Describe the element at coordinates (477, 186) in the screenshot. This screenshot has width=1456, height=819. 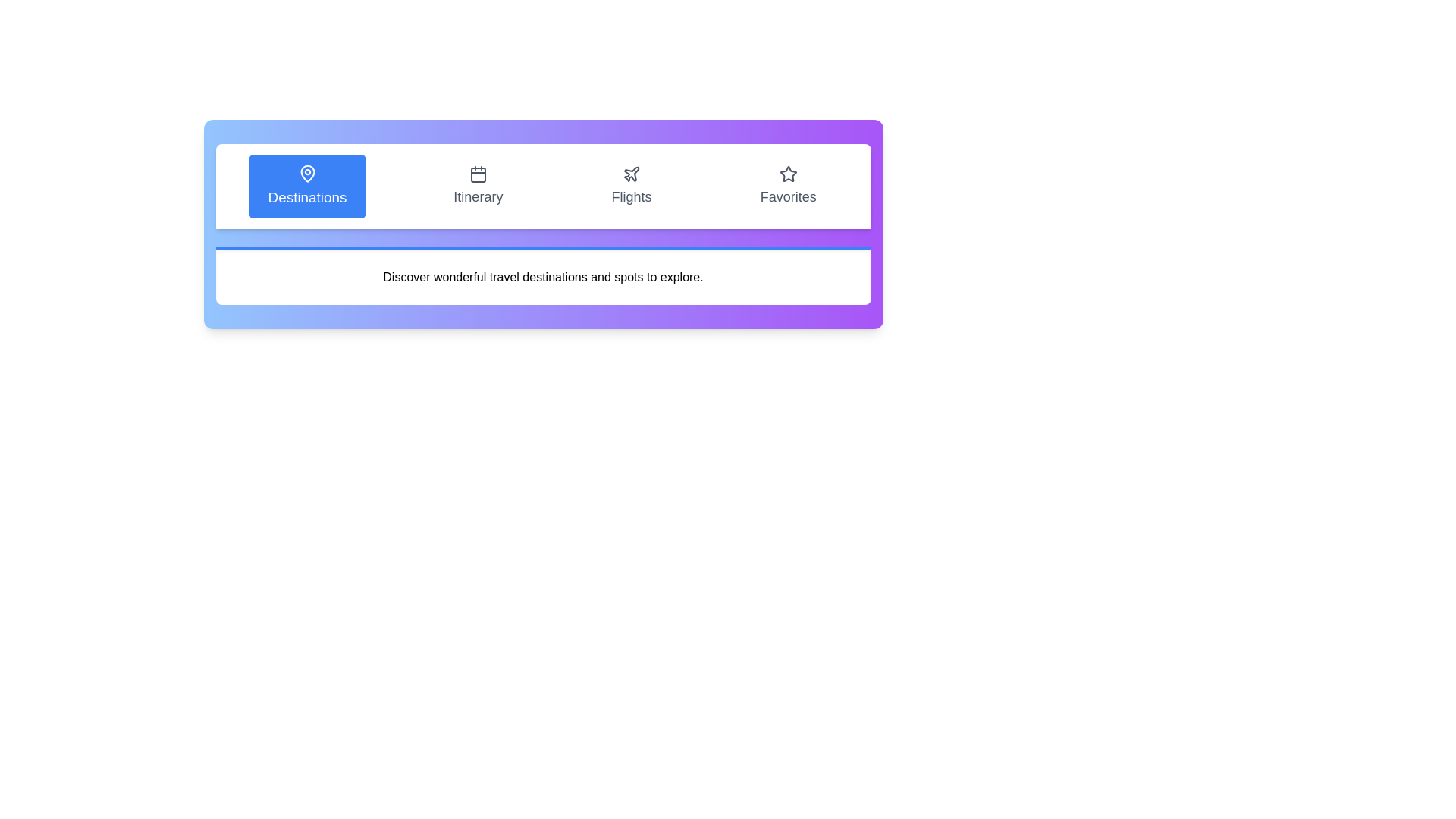
I see `the tab labeled Itinerary` at that location.